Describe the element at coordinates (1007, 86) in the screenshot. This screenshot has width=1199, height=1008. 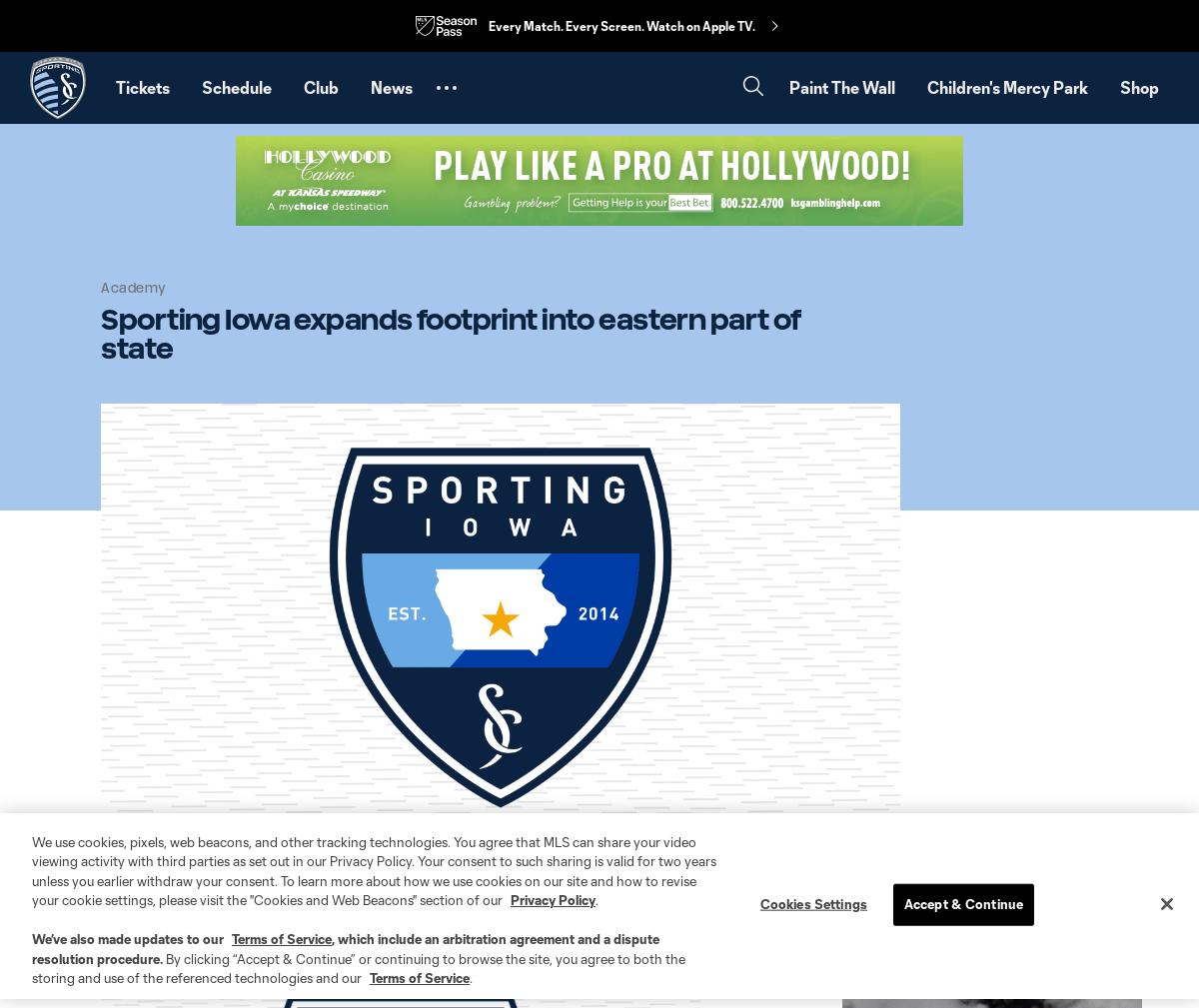
I see `'Children's Mercy Park'` at that location.